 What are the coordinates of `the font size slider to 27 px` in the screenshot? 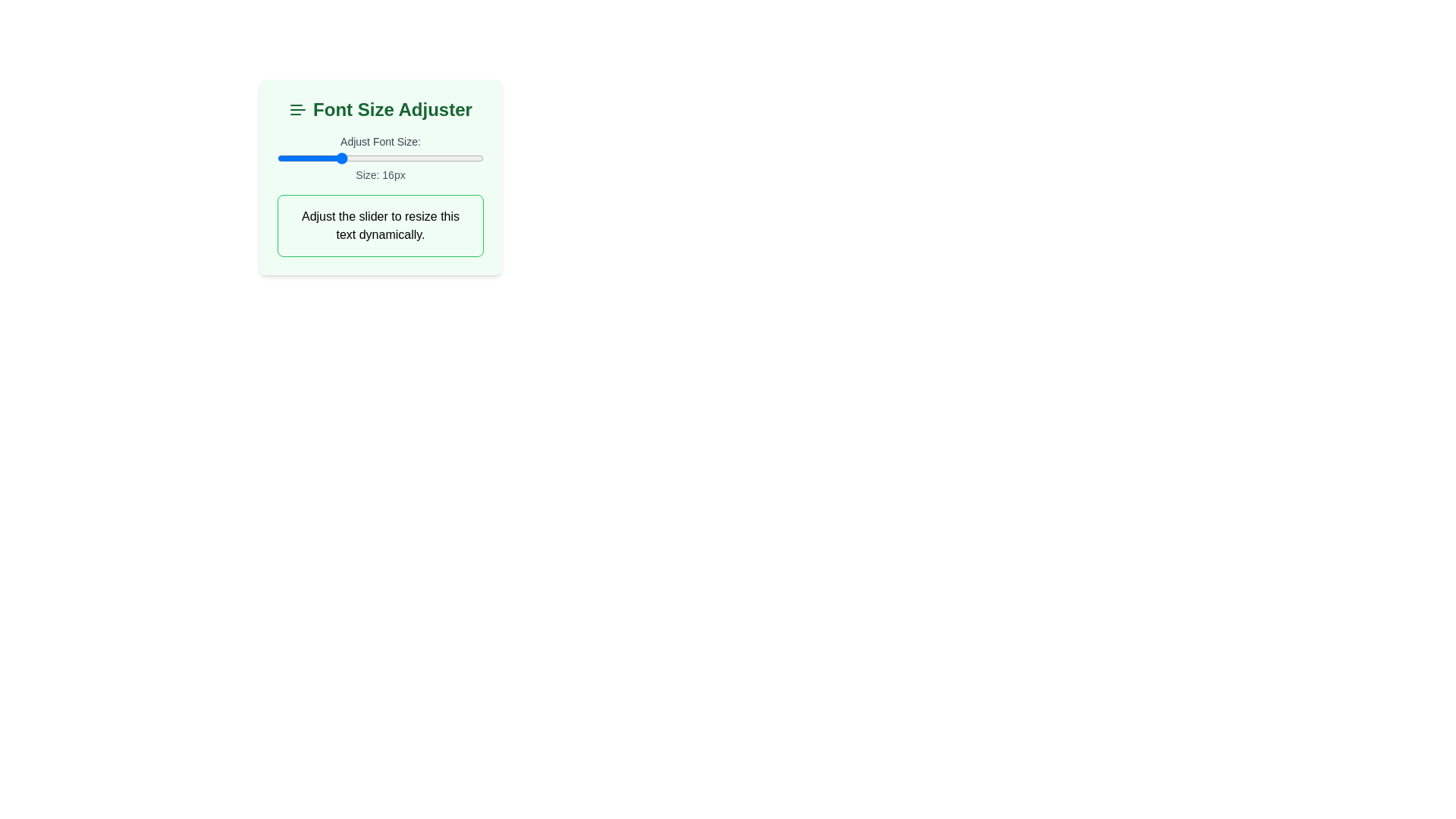 It's located at (452, 158).